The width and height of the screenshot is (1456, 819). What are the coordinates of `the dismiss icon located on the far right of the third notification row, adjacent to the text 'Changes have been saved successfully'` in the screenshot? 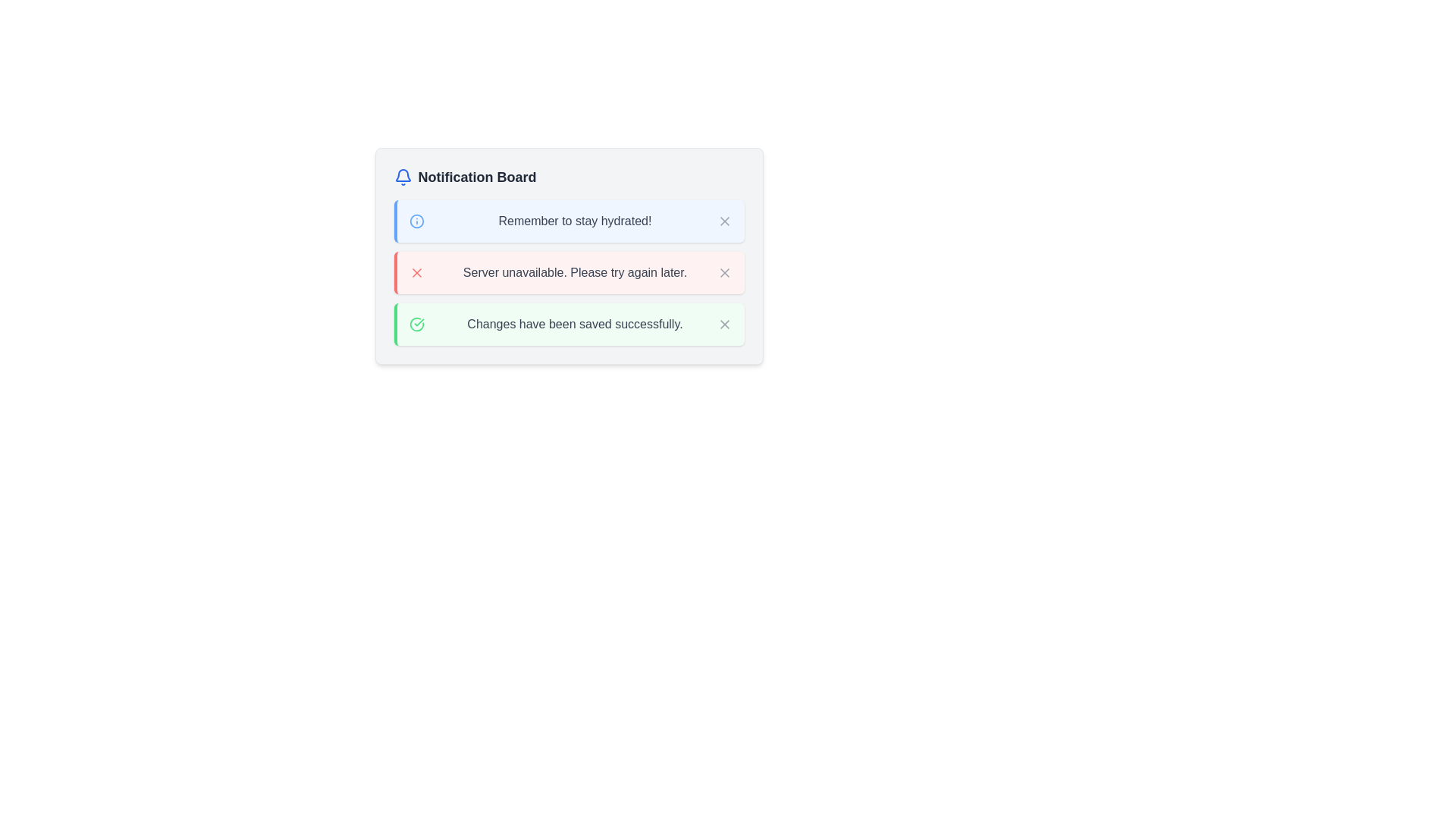 It's located at (723, 324).